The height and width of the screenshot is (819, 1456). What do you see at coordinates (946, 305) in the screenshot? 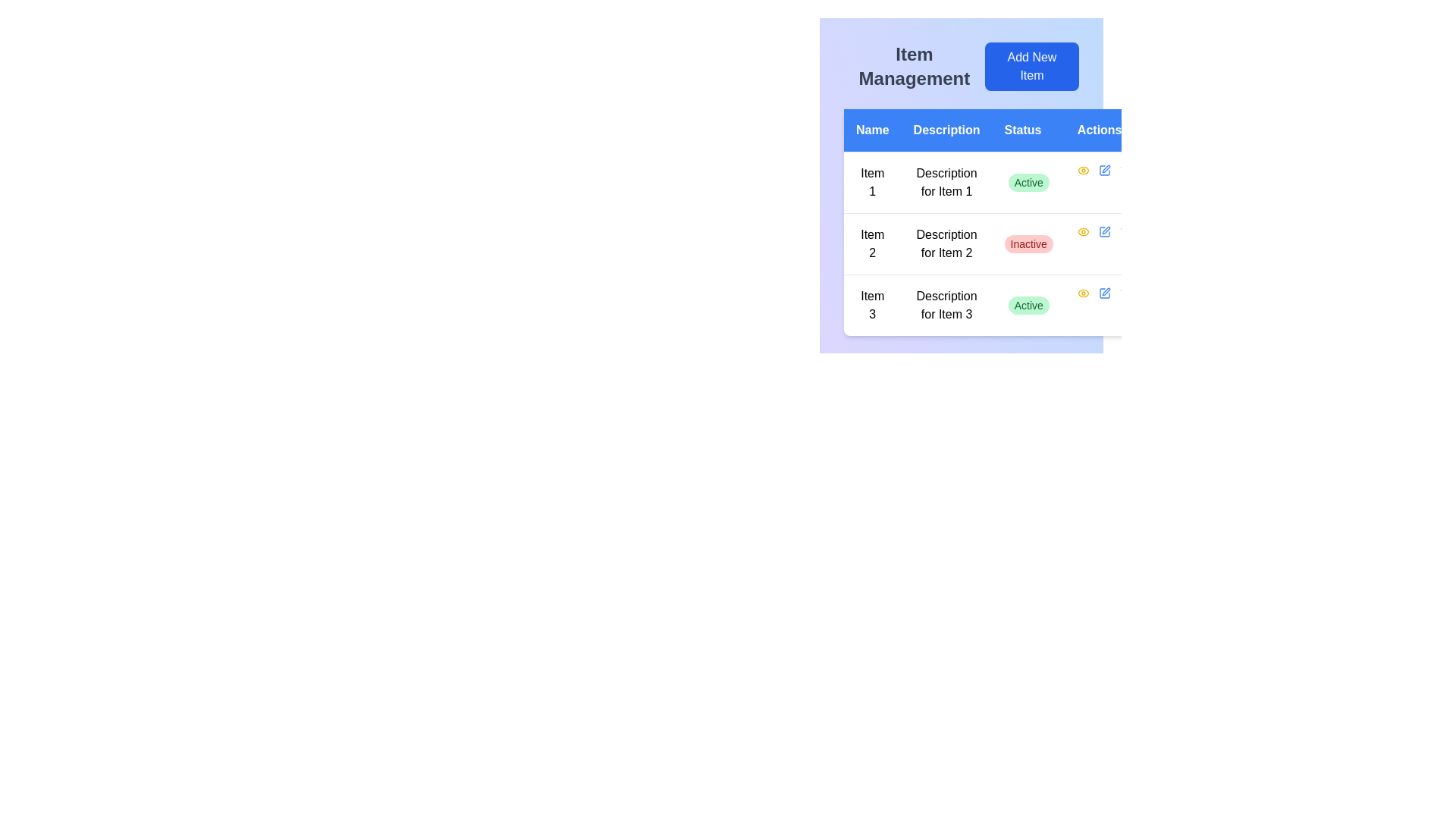
I see `the text label reading 'Description for Item 3' located in the third row of the 'Description' column` at bounding box center [946, 305].